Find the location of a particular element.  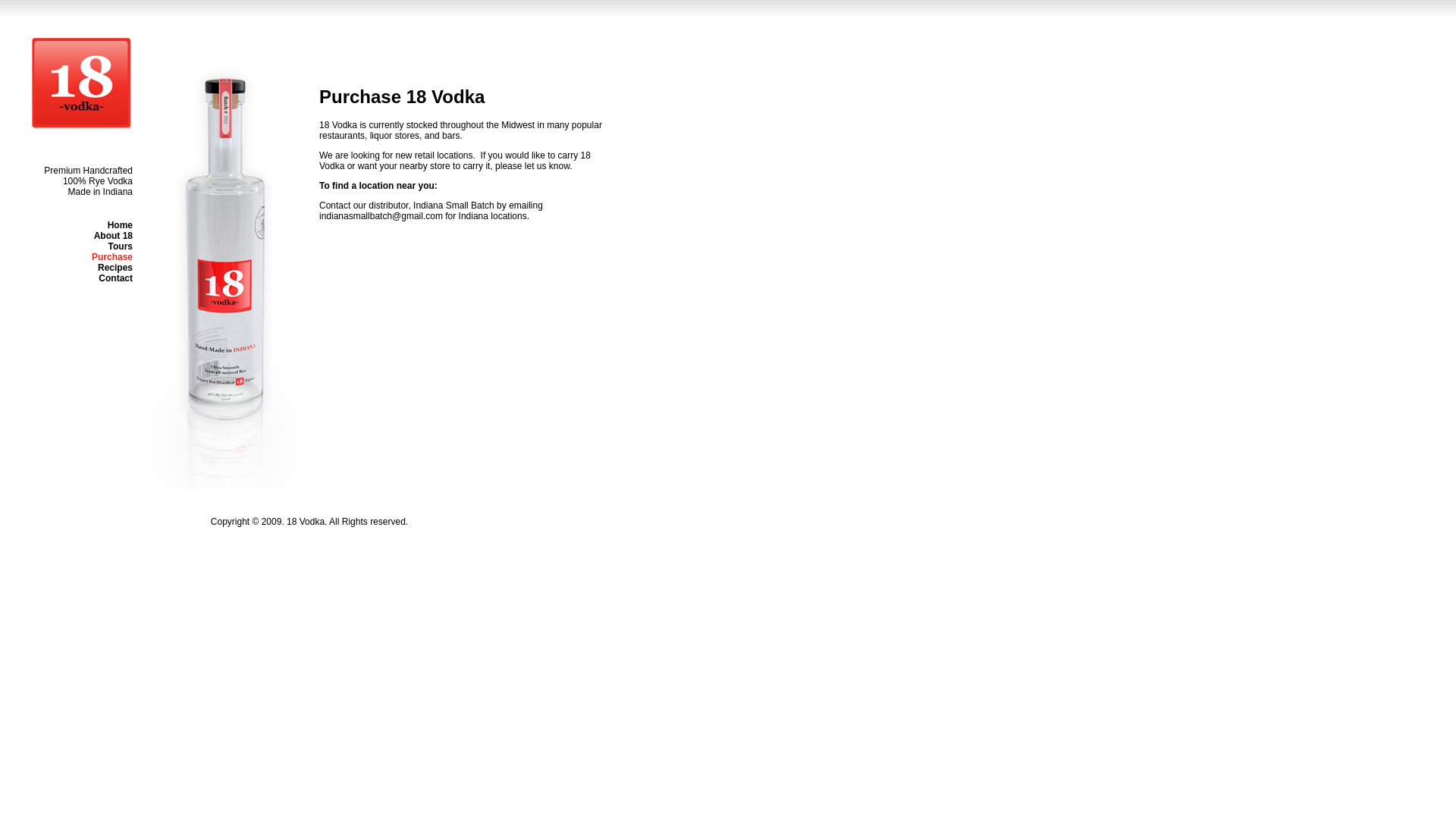

'Home' is located at coordinates (119, 225).